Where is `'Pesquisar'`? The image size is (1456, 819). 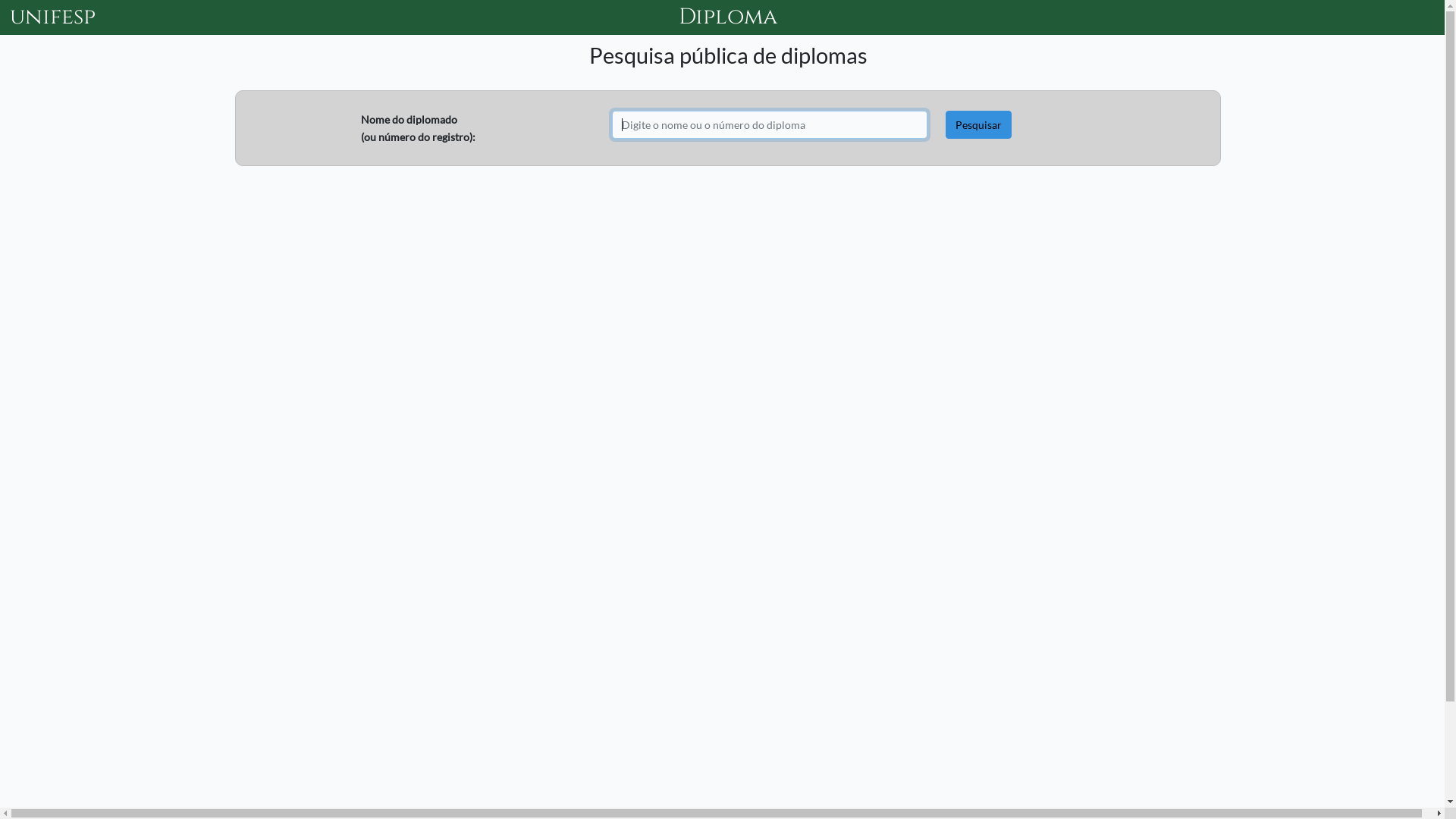 'Pesquisar' is located at coordinates (945, 124).